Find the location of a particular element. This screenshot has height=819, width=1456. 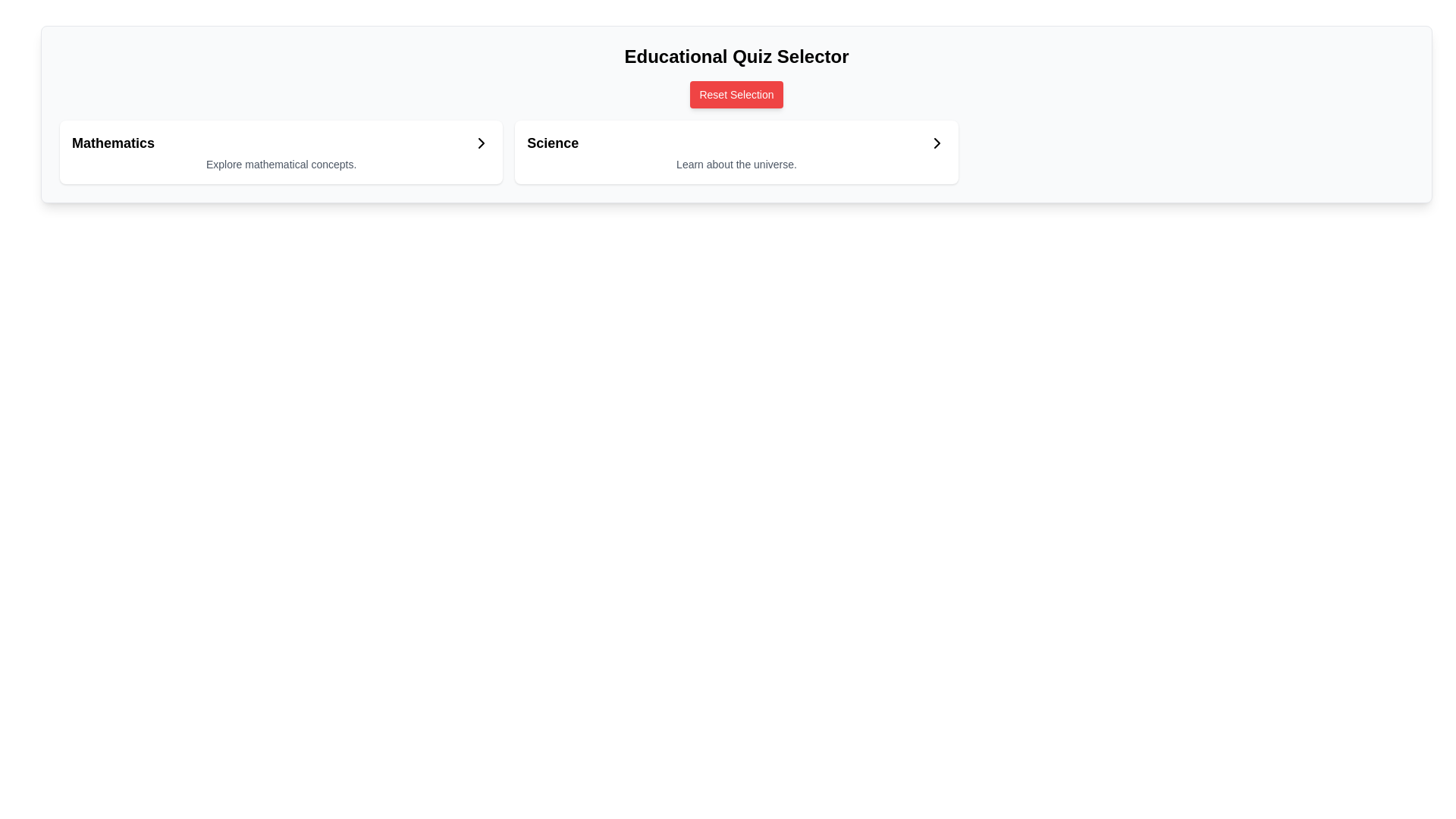

the 'Science' text label, which is a bold category title located above the center of the layout in the second column of two menu options is located at coordinates (552, 143).